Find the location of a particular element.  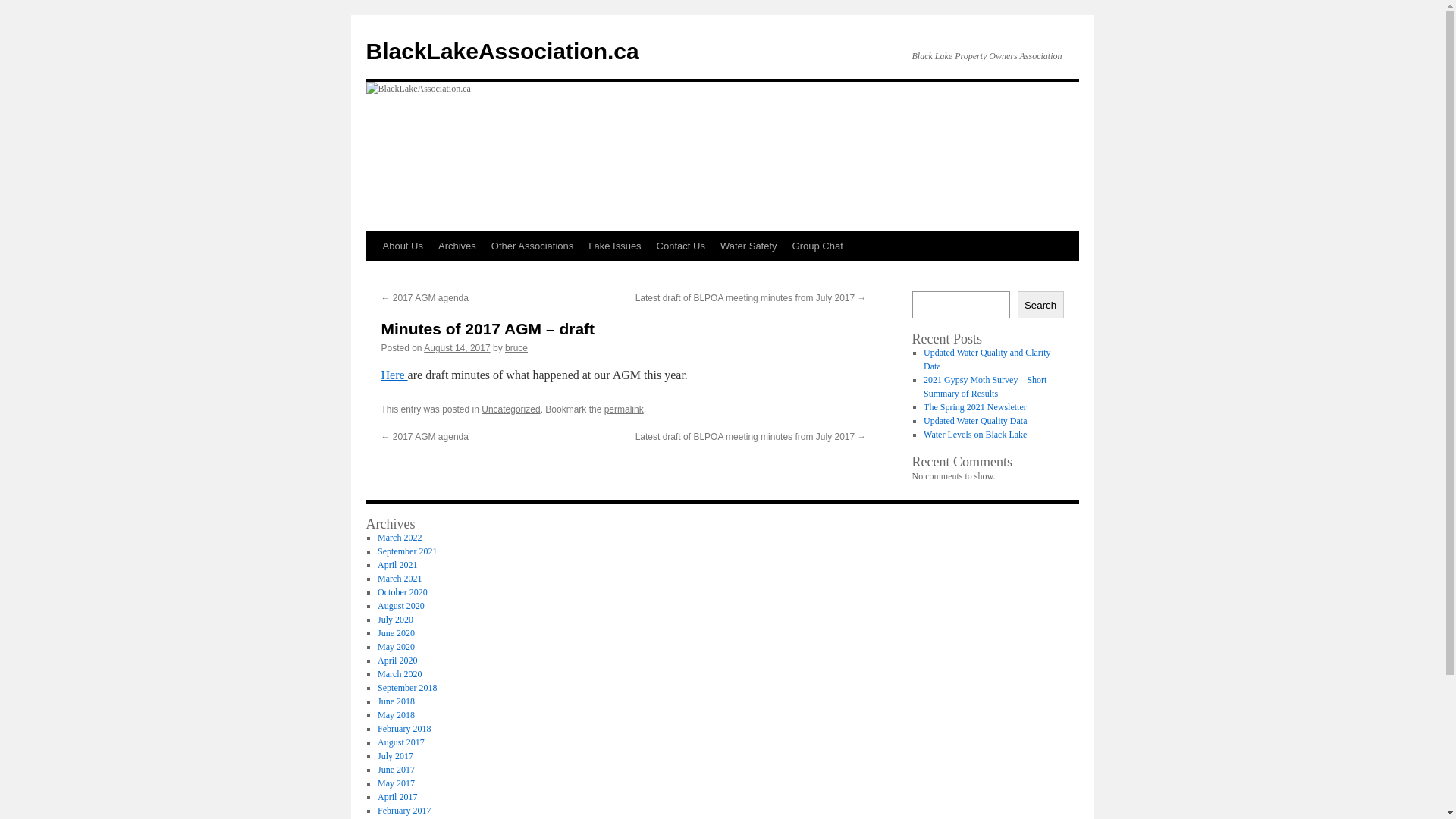

'July 2020' is located at coordinates (395, 620).